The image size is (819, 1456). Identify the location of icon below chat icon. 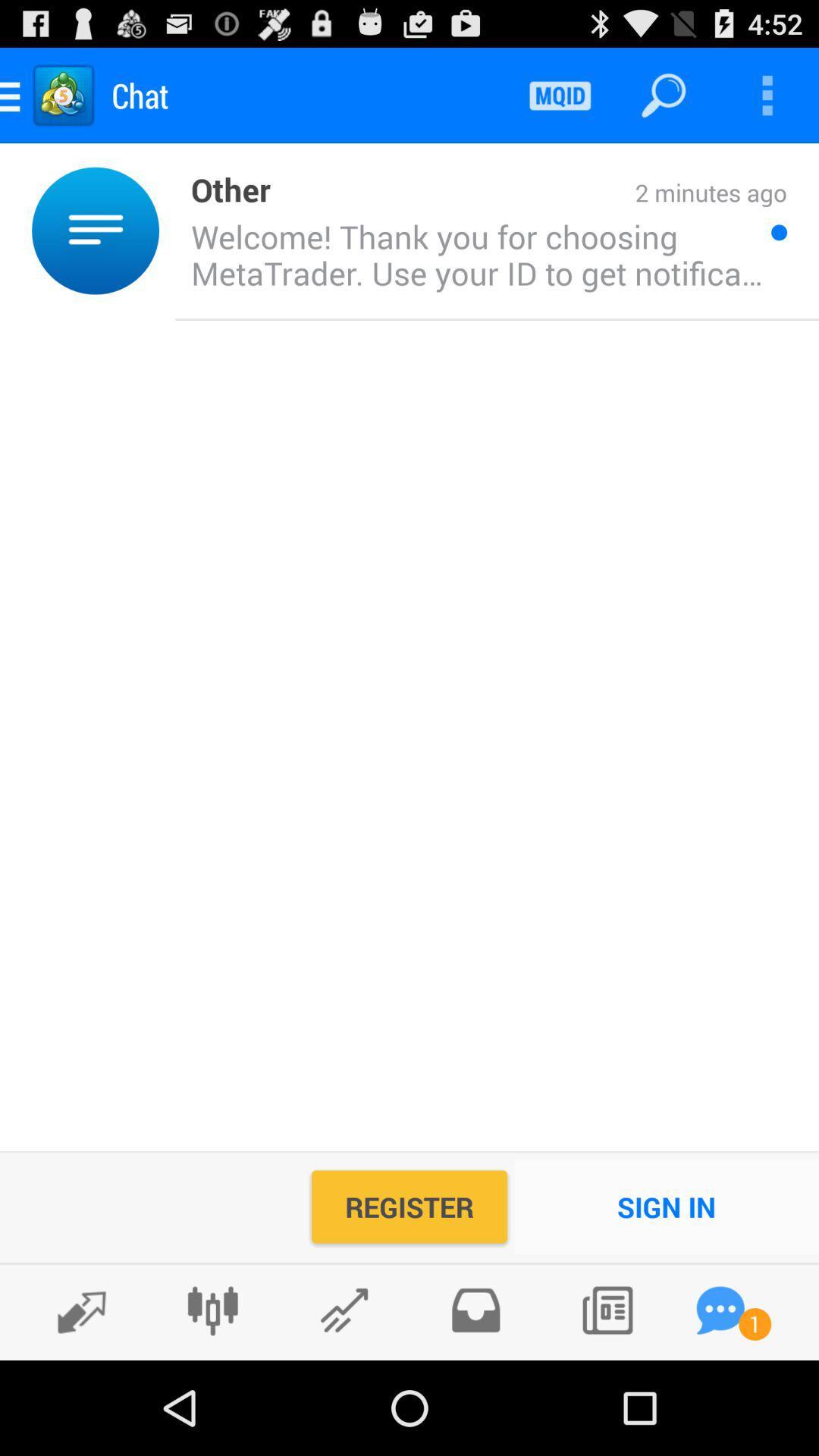
(222, 187).